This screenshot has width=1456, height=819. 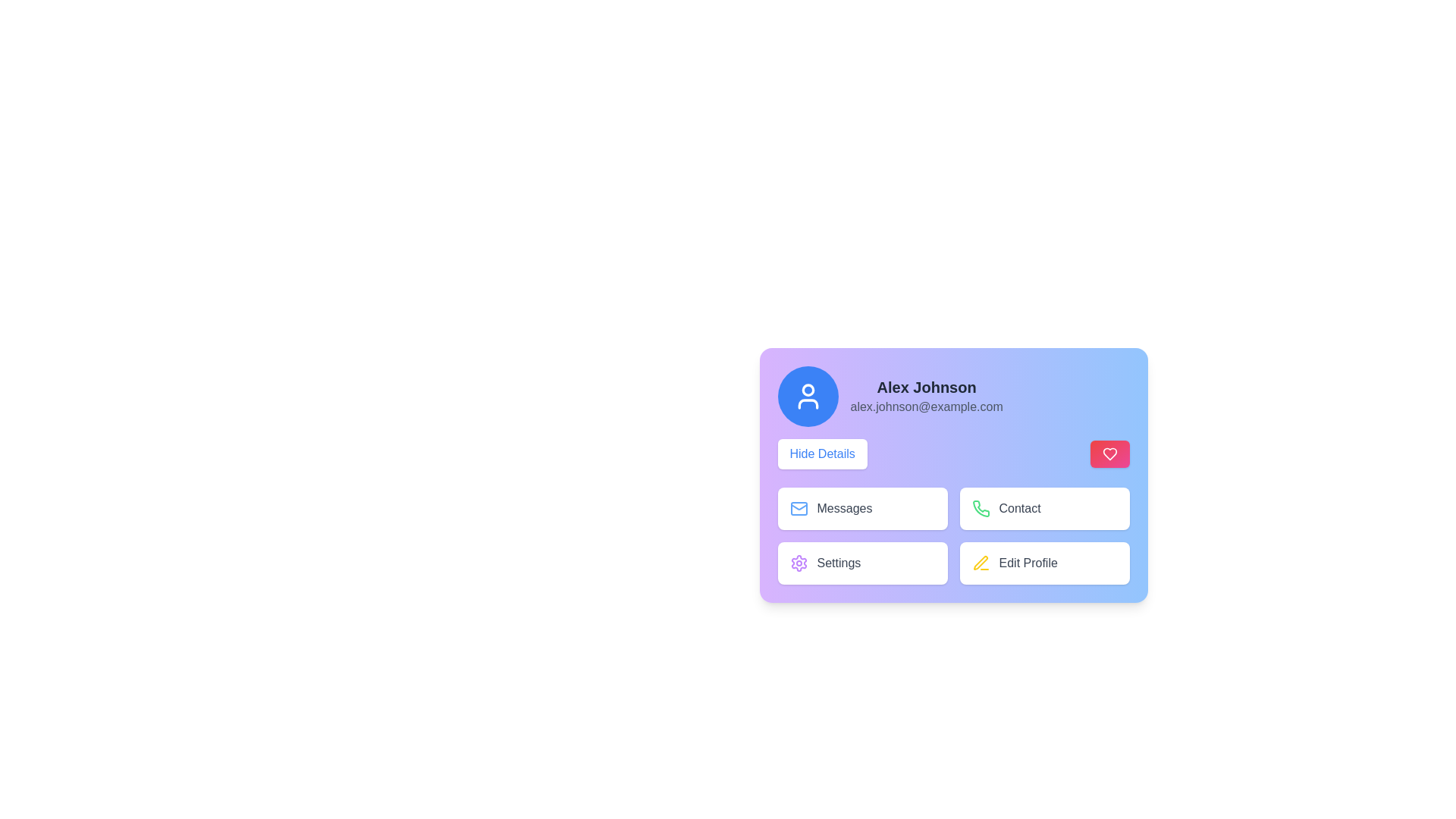 I want to click on the edit icon located within the 'Edit Profile' button on the bottom-right side of the card interface, so click(x=980, y=563).